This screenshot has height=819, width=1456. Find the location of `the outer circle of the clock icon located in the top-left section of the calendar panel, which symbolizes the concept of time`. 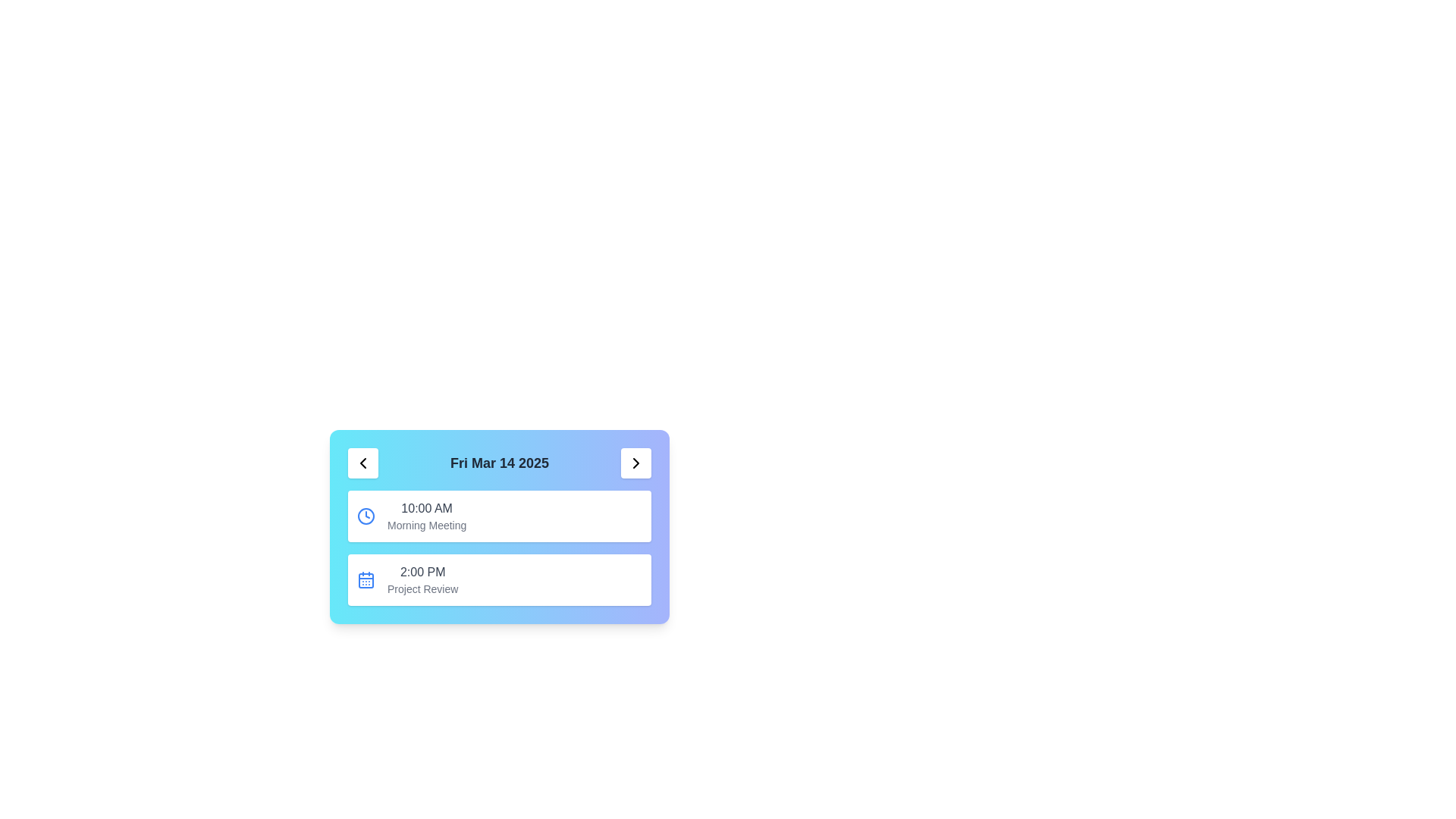

the outer circle of the clock icon located in the top-left section of the calendar panel, which symbolizes the concept of time is located at coordinates (366, 516).